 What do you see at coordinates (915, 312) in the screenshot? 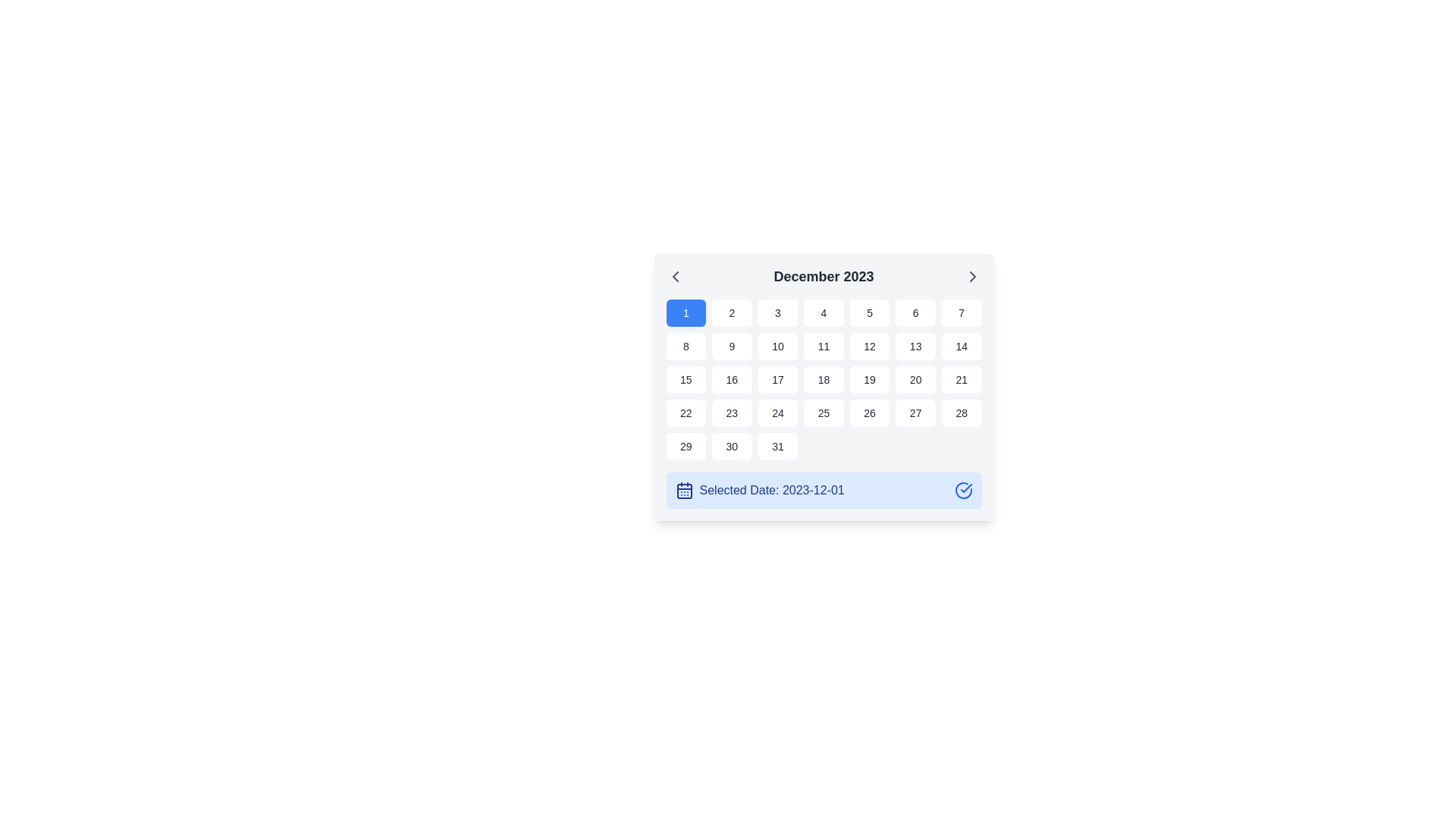
I see `the rounded square button labeled '6' with a white background and gray text` at bounding box center [915, 312].